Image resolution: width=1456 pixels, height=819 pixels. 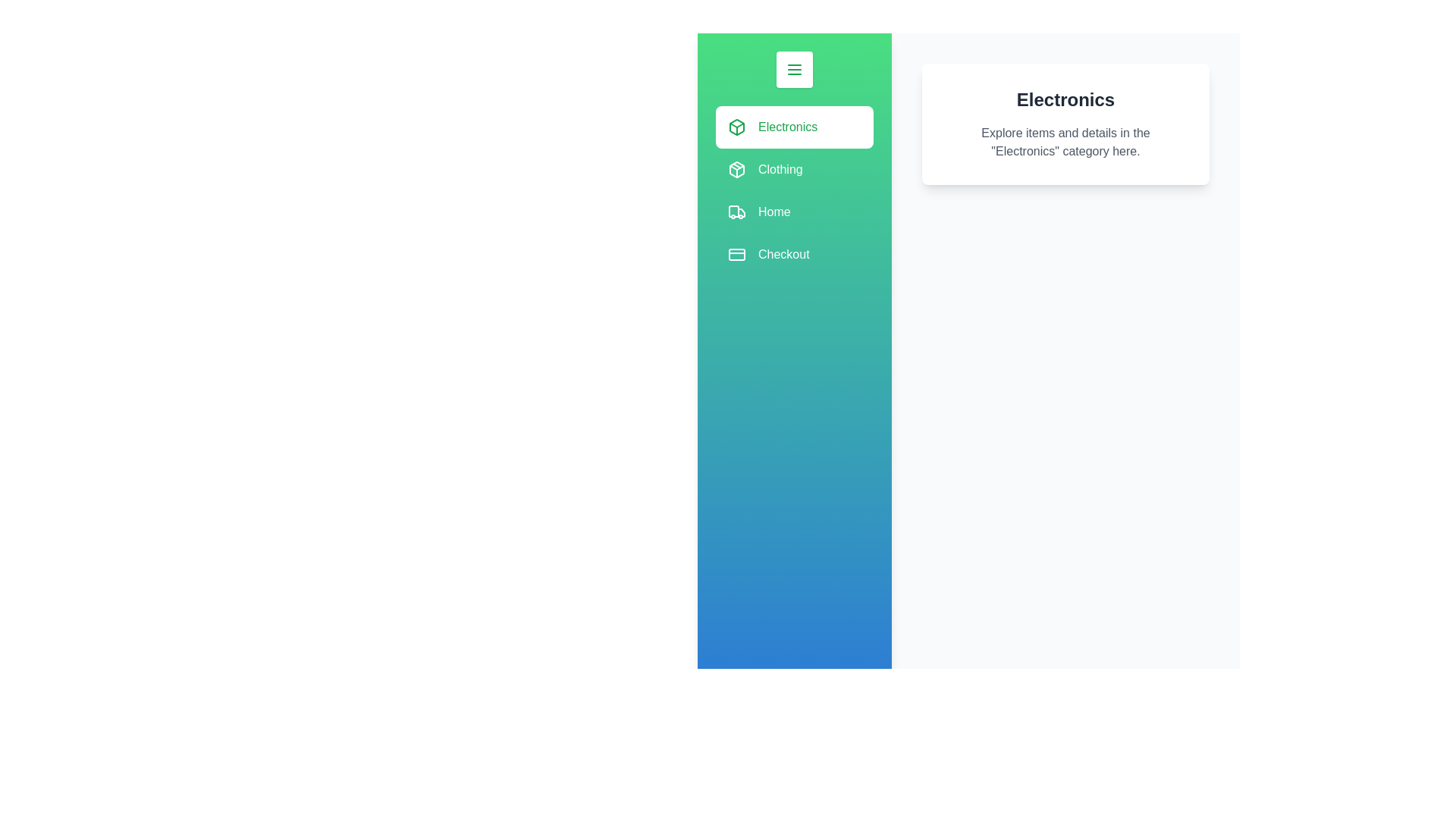 What do you see at coordinates (793, 70) in the screenshot?
I see `menu button to toggle the drawer` at bounding box center [793, 70].